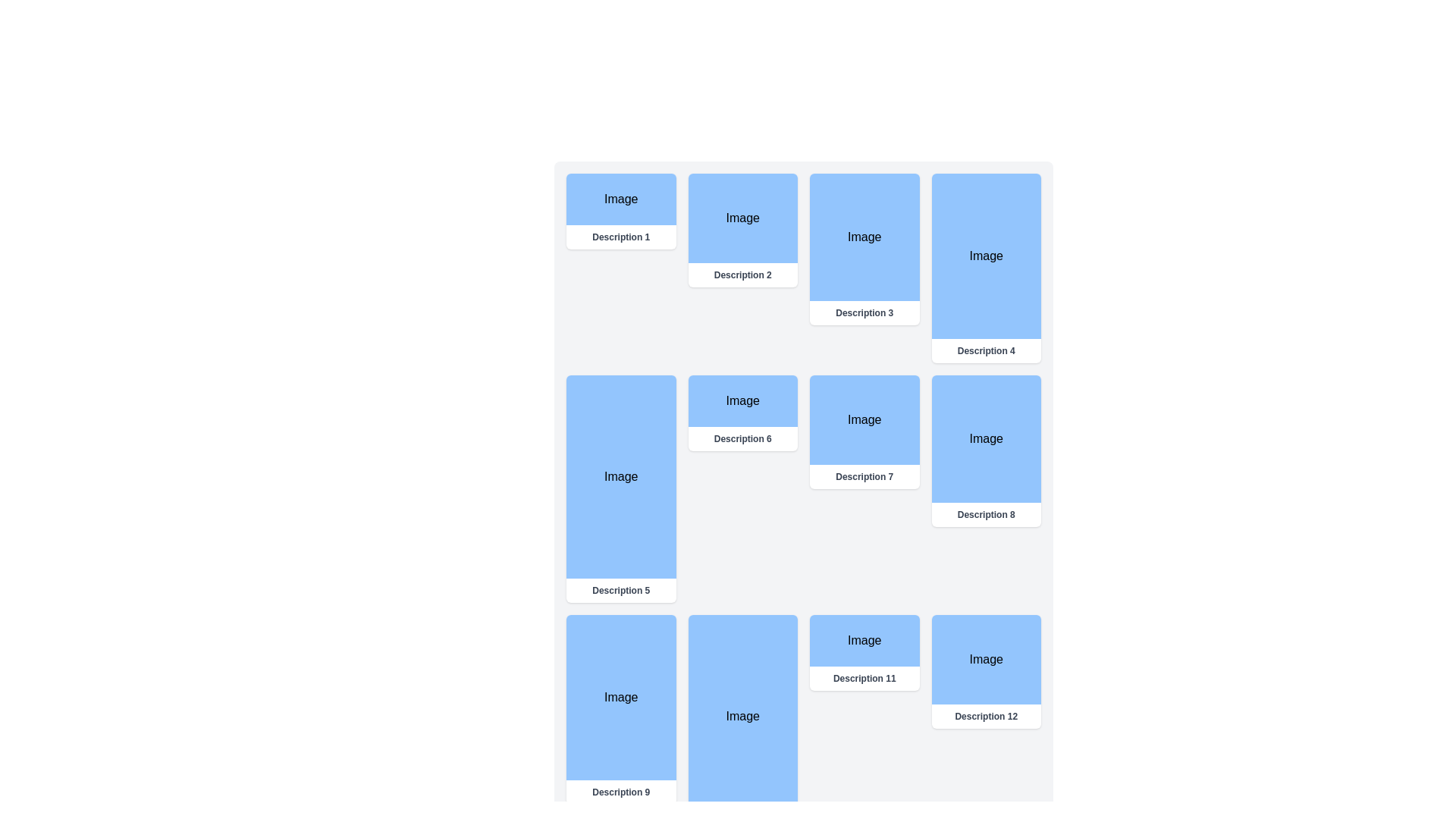 This screenshot has width=1456, height=819. What do you see at coordinates (742, 218) in the screenshot?
I see `the rectangular visual placeholder labeled 'Image' that is light blue with black text, located in the upper middle-right section of the interface` at bounding box center [742, 218].